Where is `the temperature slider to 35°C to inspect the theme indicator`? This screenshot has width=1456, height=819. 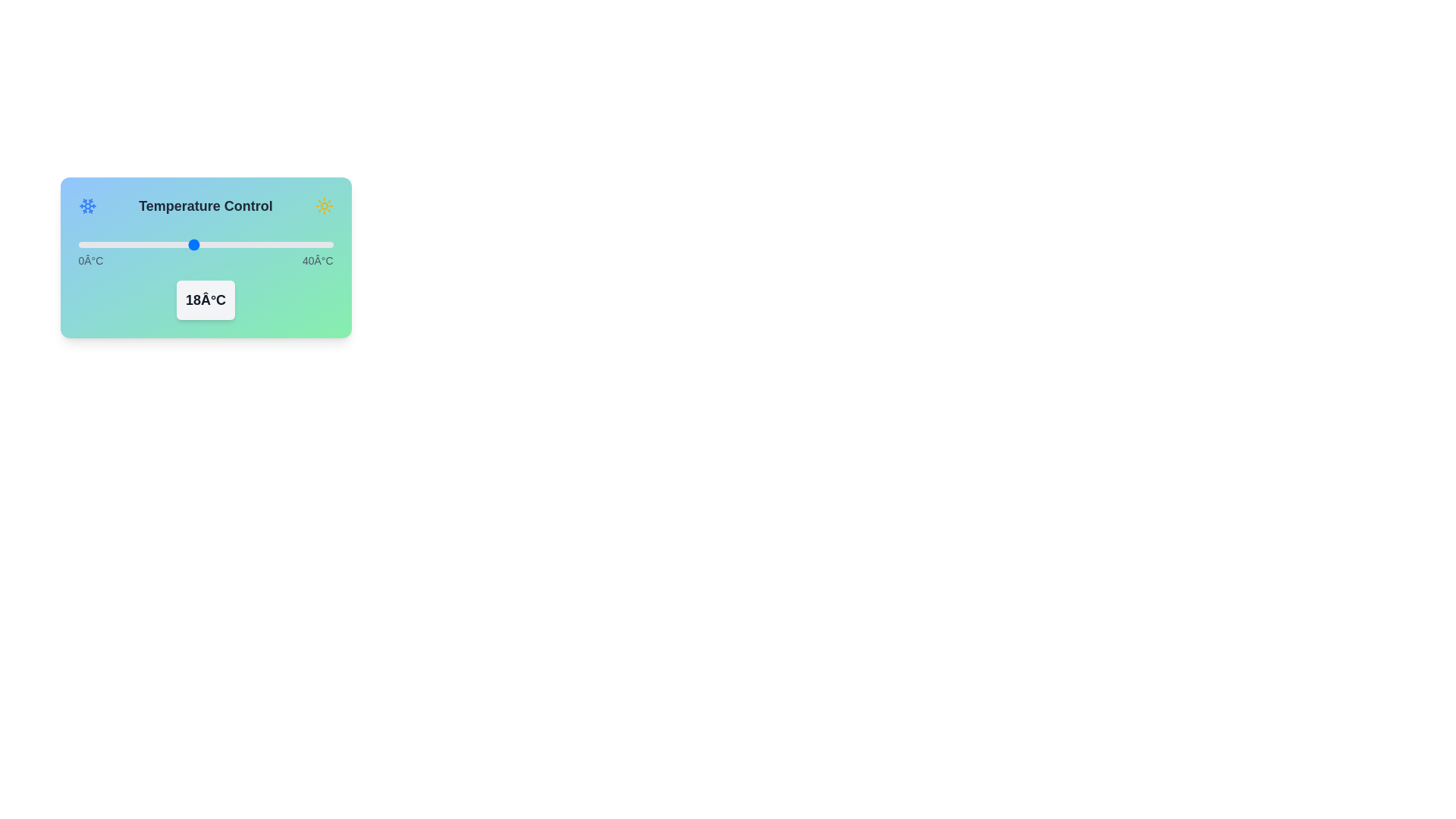
the temperature slider to 35°C to inspect the theme indicator is located at coordinates (301, 244).